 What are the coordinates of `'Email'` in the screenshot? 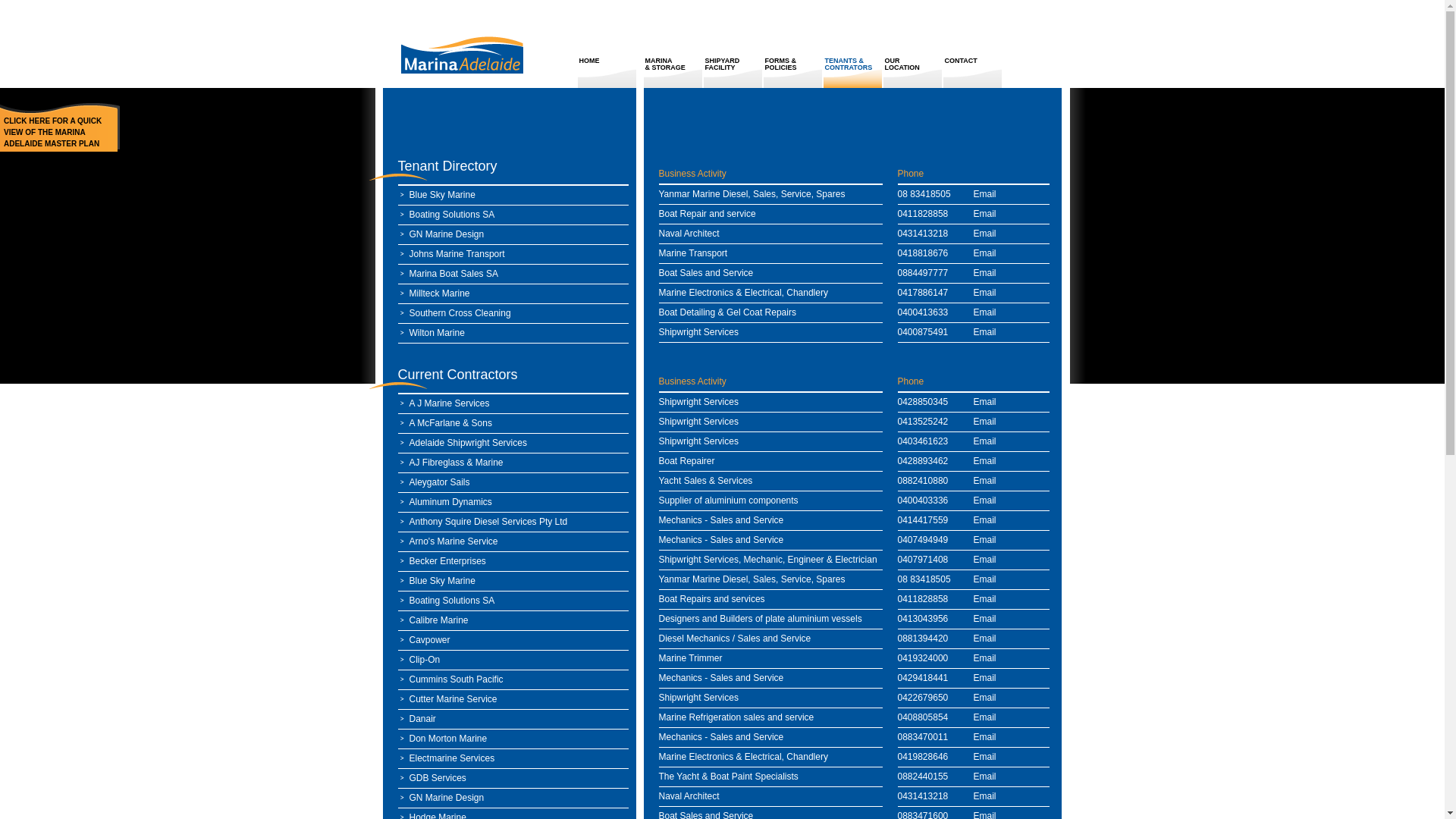 It's located at (985, 292).